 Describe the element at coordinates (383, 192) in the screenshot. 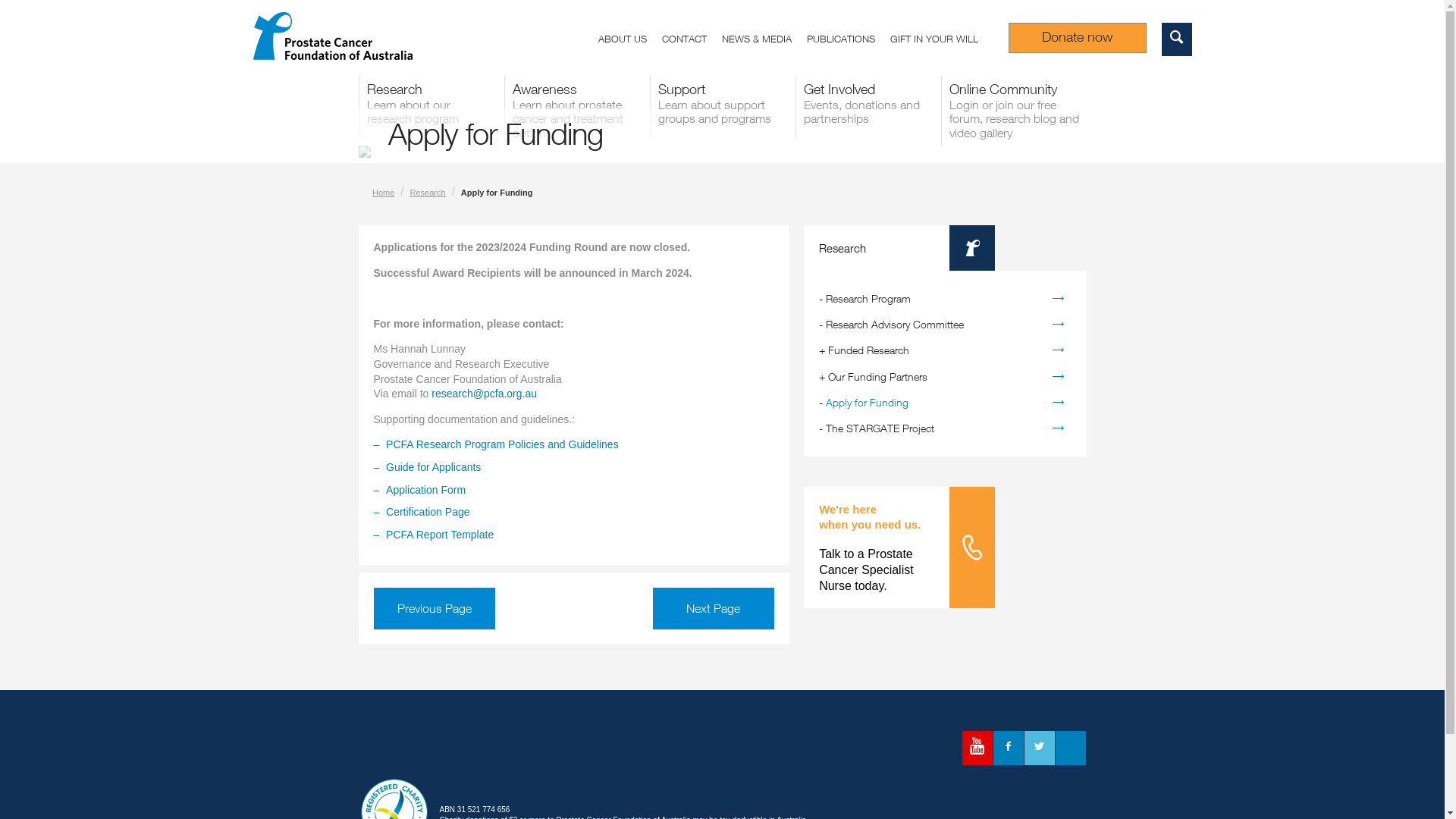

I see `'Home'` at that location.